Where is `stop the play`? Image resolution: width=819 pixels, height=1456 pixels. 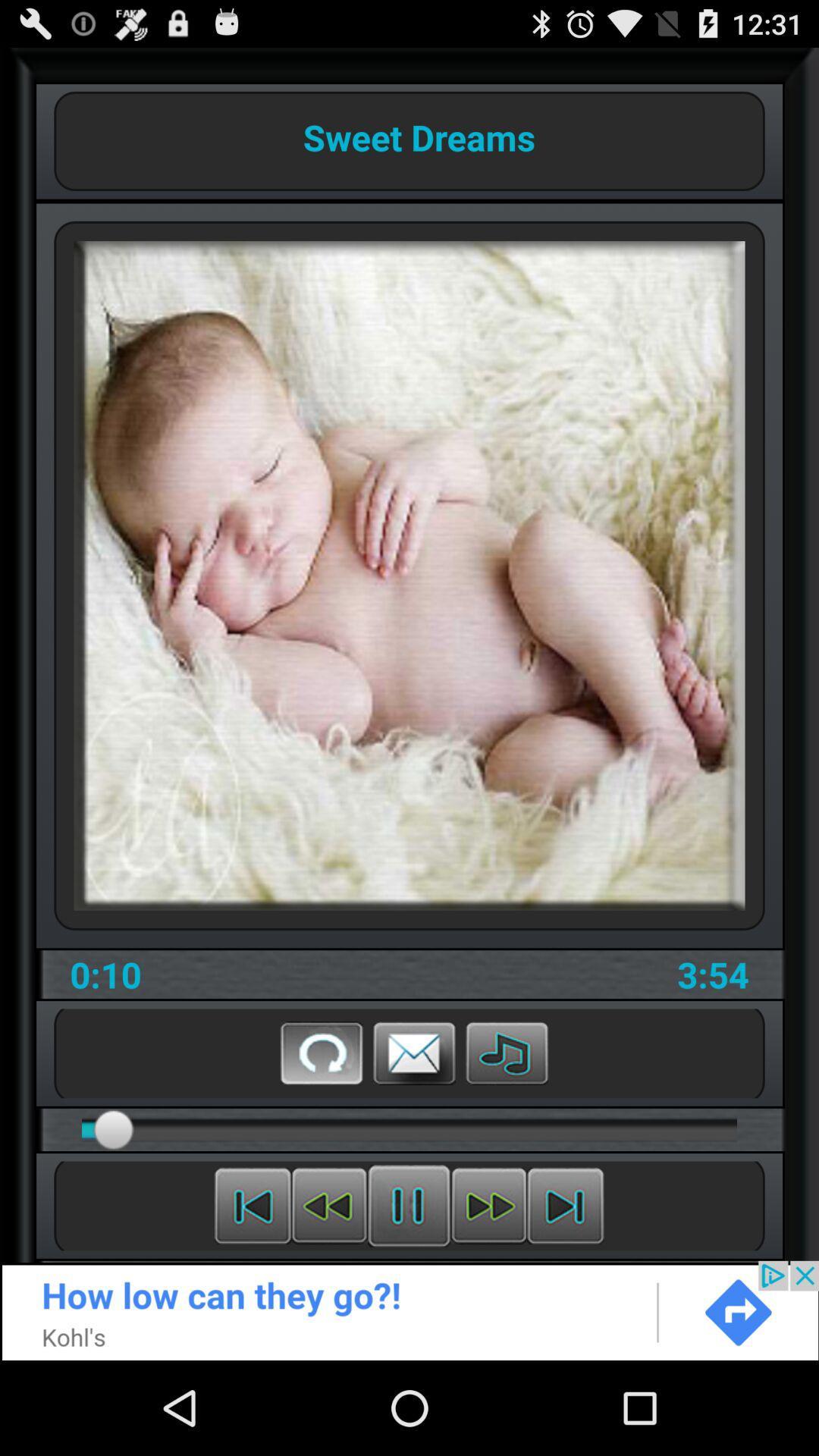
stop the play is located at coordinates (408, 1205).